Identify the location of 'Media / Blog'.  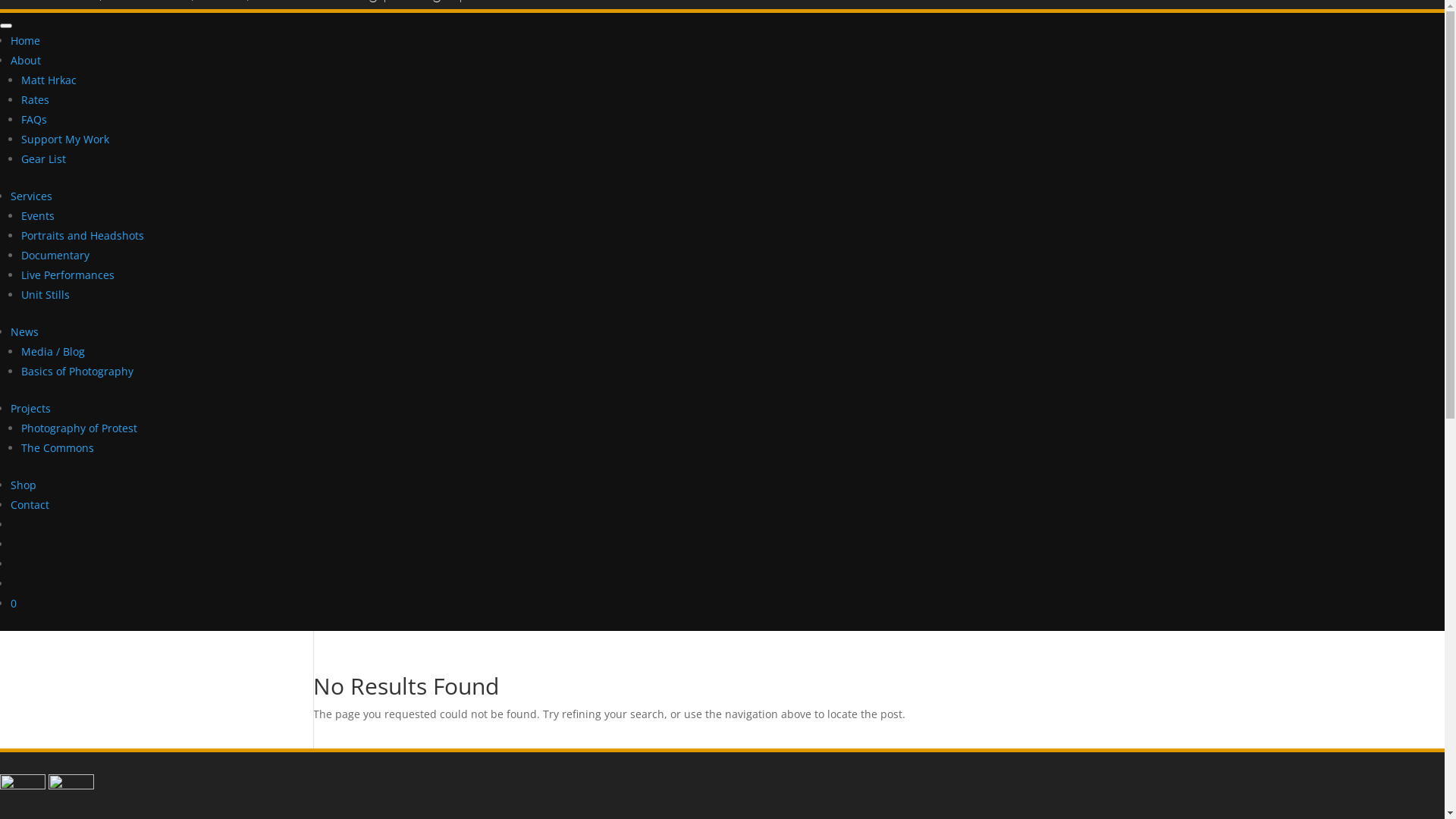
(53, 351).